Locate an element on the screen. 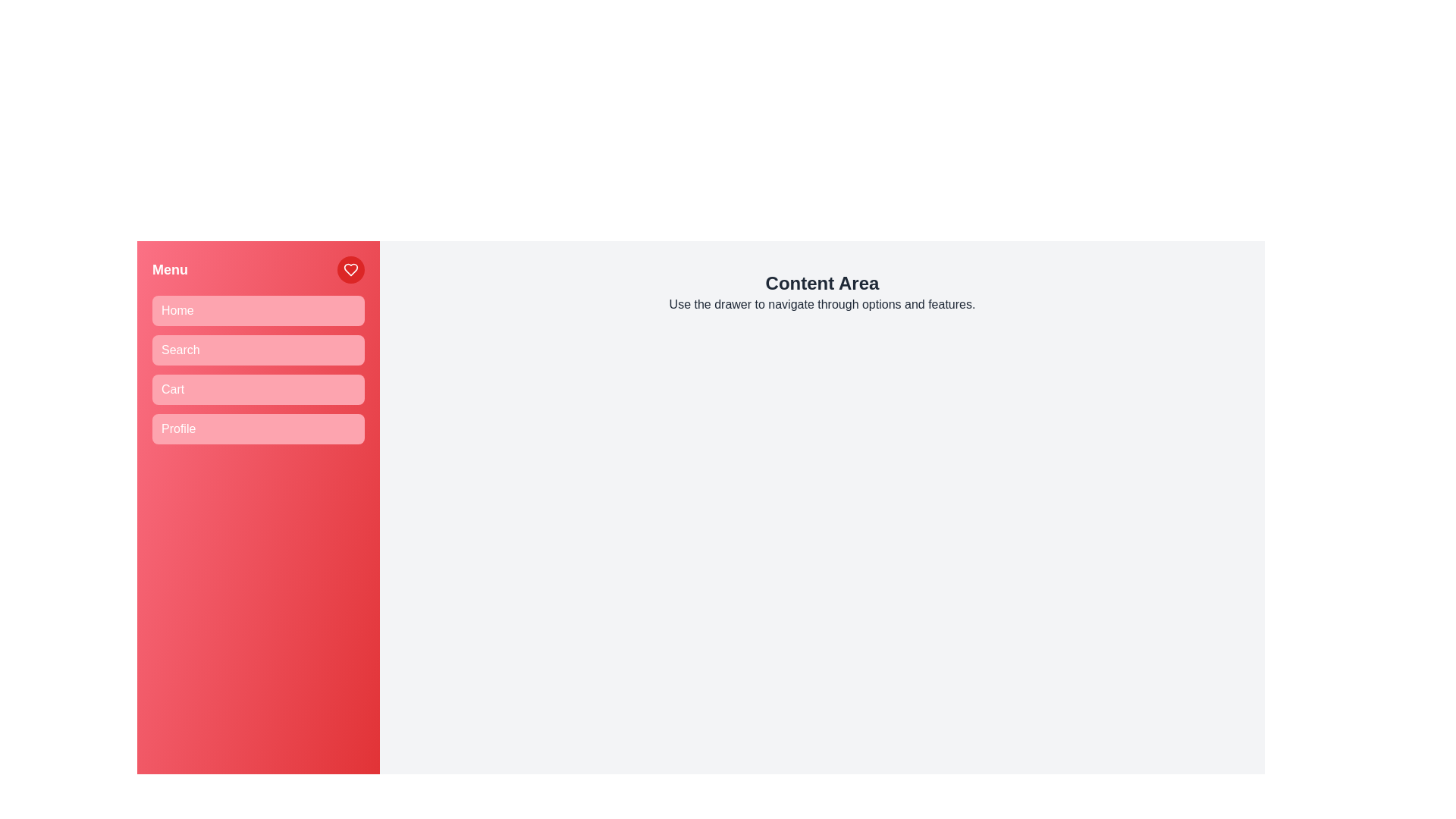 Image resolution: width=1456 pixels, height=819 pixels. the Profile button to navigate to the corresponding section is located at coordinates (258, 429).